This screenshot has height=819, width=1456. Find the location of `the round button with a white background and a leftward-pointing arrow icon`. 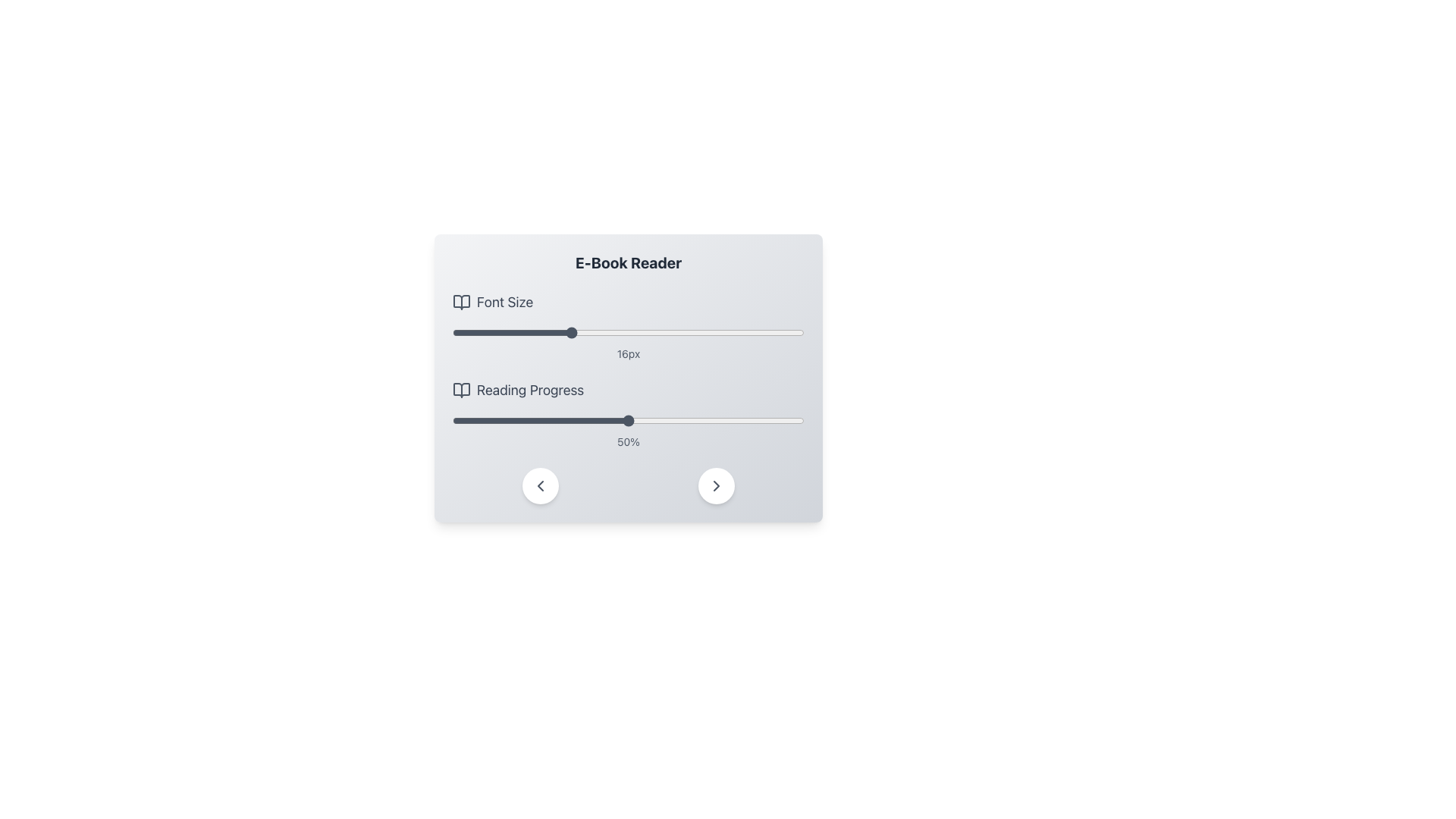

the round button with a white background and a leftward-pointing arrow icon is located at coordinates (541, 485).